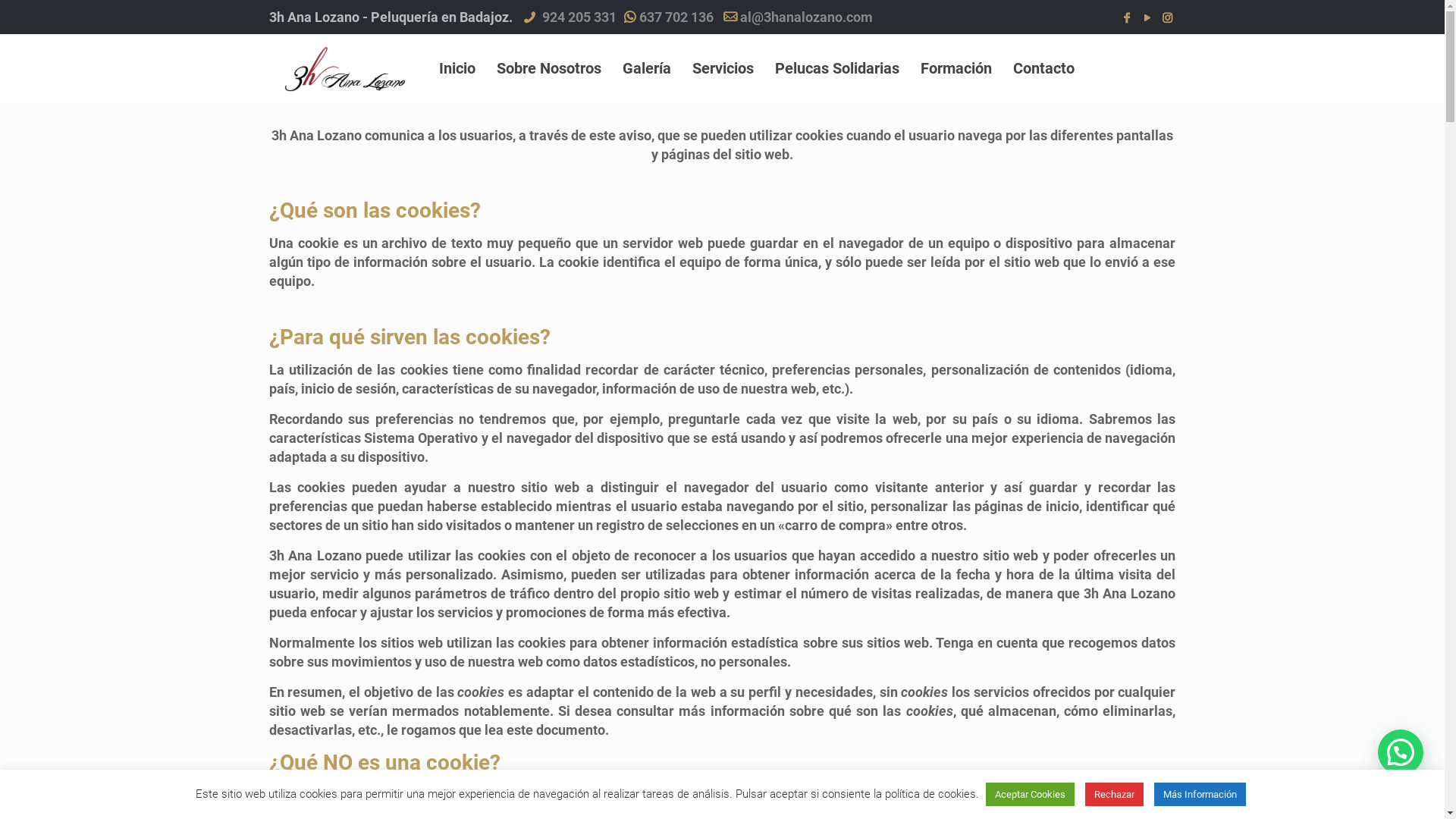  Describe the element at coordinates (805, 17) in the screenshot. I see `'al@3hanalozano.com'` at that location.